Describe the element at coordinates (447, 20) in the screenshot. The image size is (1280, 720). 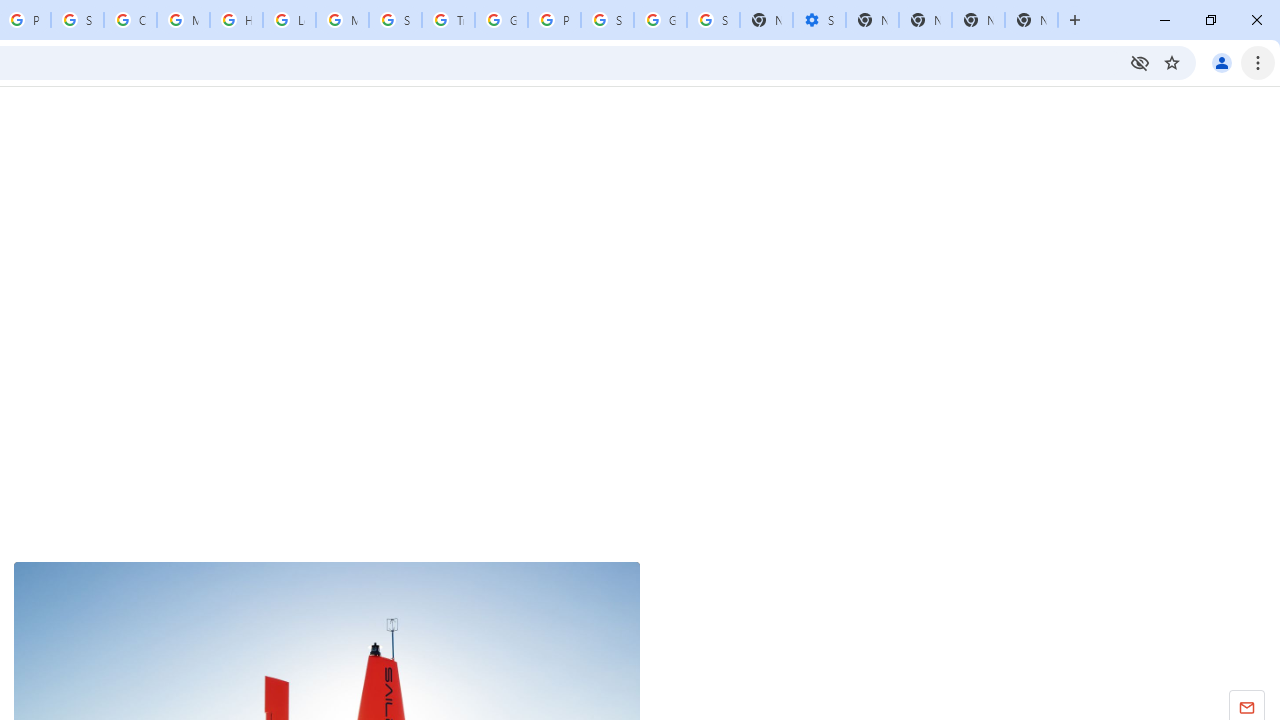
I see `'Trusted Information and Content - Google Safety Center'` at that location.